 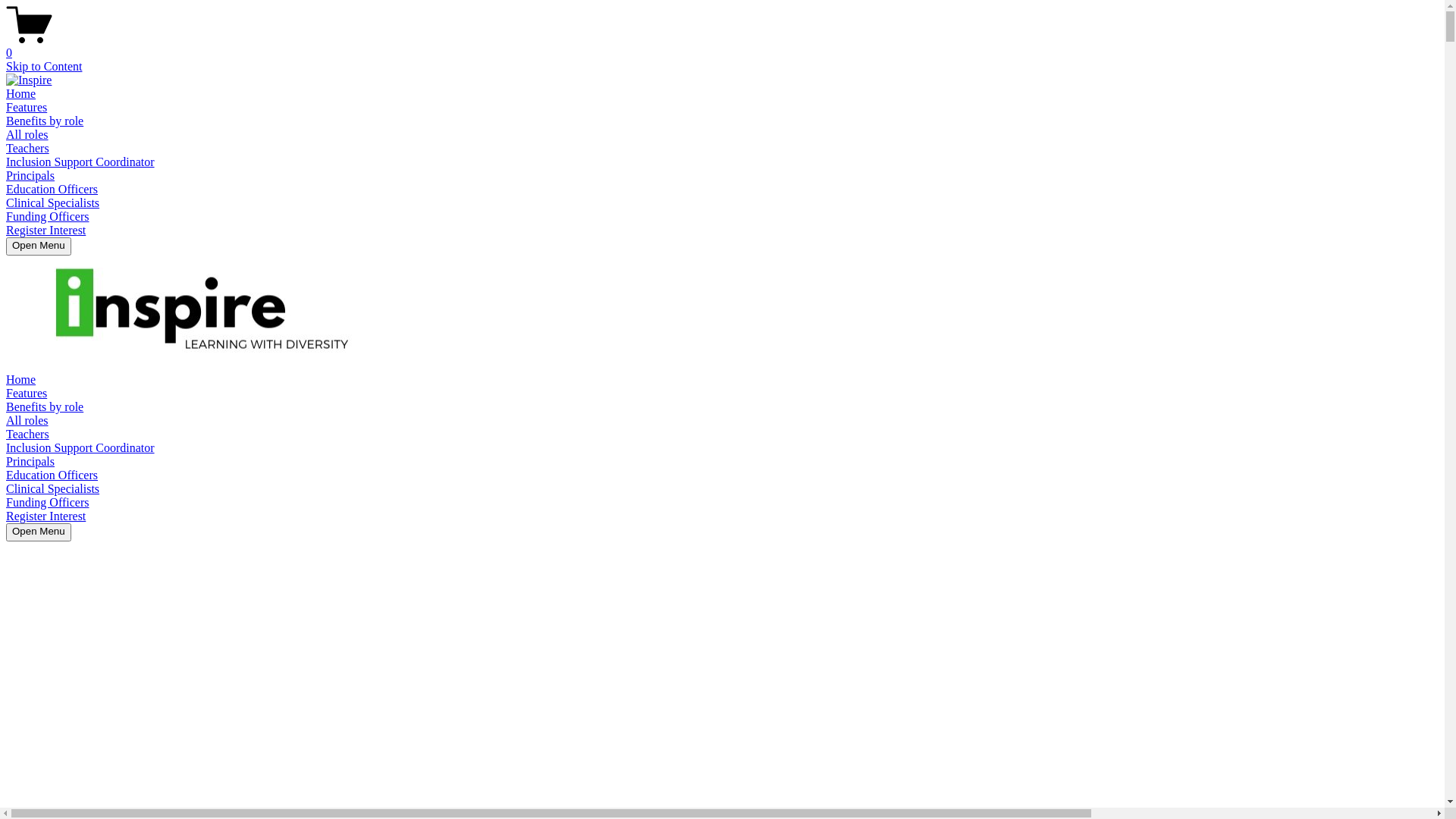 I want to click on 'Benefits by role', so click(x=44, y=120).